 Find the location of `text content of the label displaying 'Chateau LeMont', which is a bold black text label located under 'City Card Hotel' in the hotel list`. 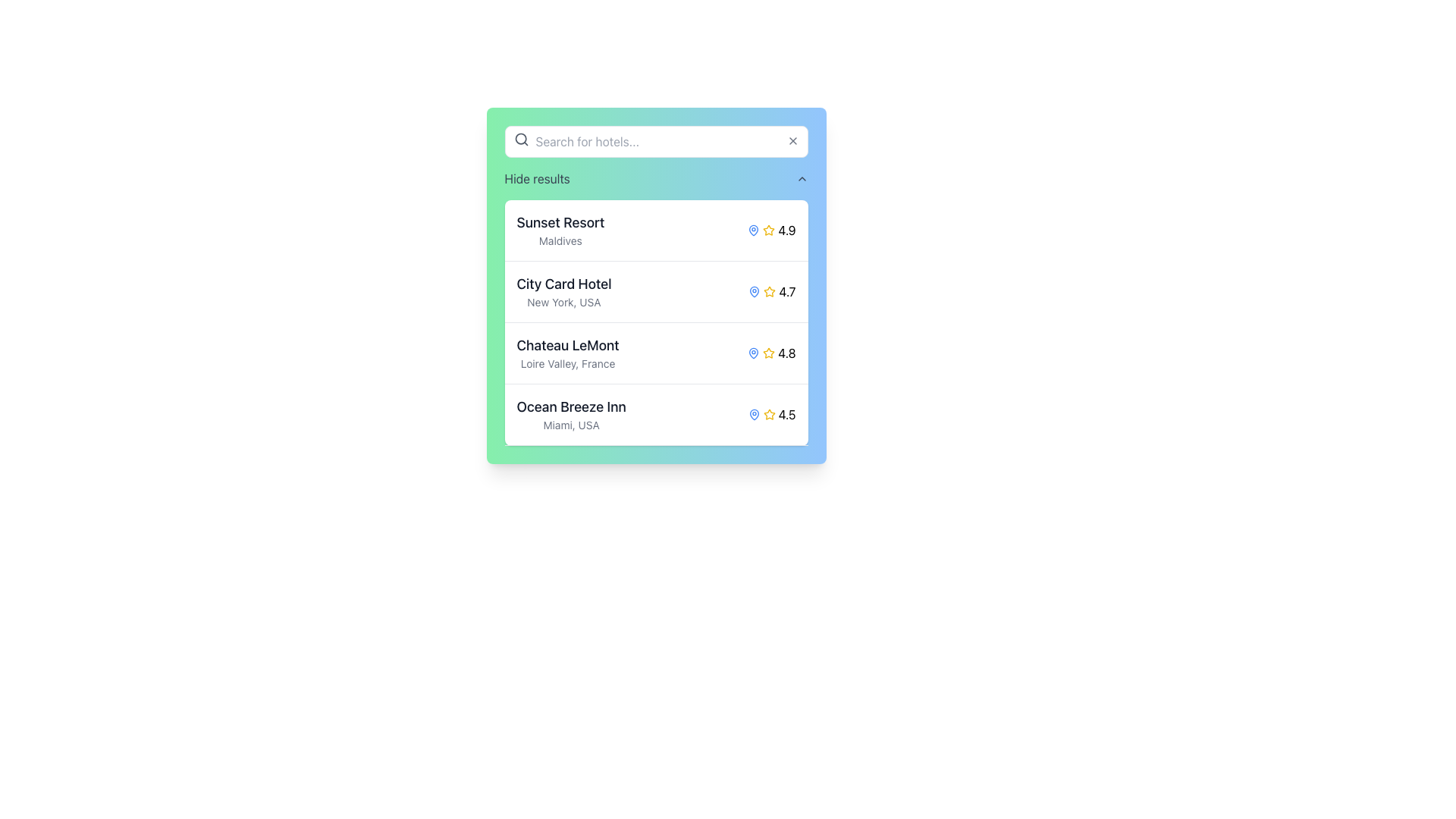

text content of the label displaying 'Chateau LeMont', which is a bold black text label located under 'City Card Hotel' in the hotel list is located at coordinates (566, 345).